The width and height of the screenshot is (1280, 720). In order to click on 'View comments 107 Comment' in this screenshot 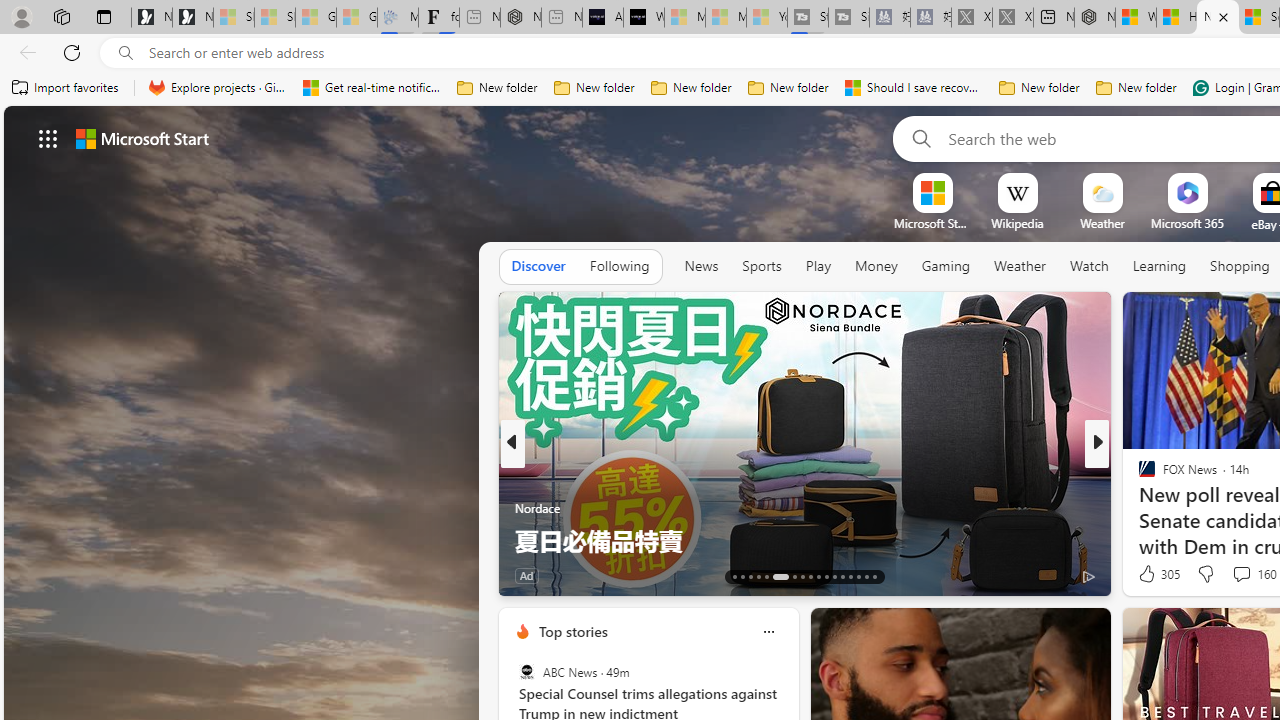, I will do `click(1234, 575)`.